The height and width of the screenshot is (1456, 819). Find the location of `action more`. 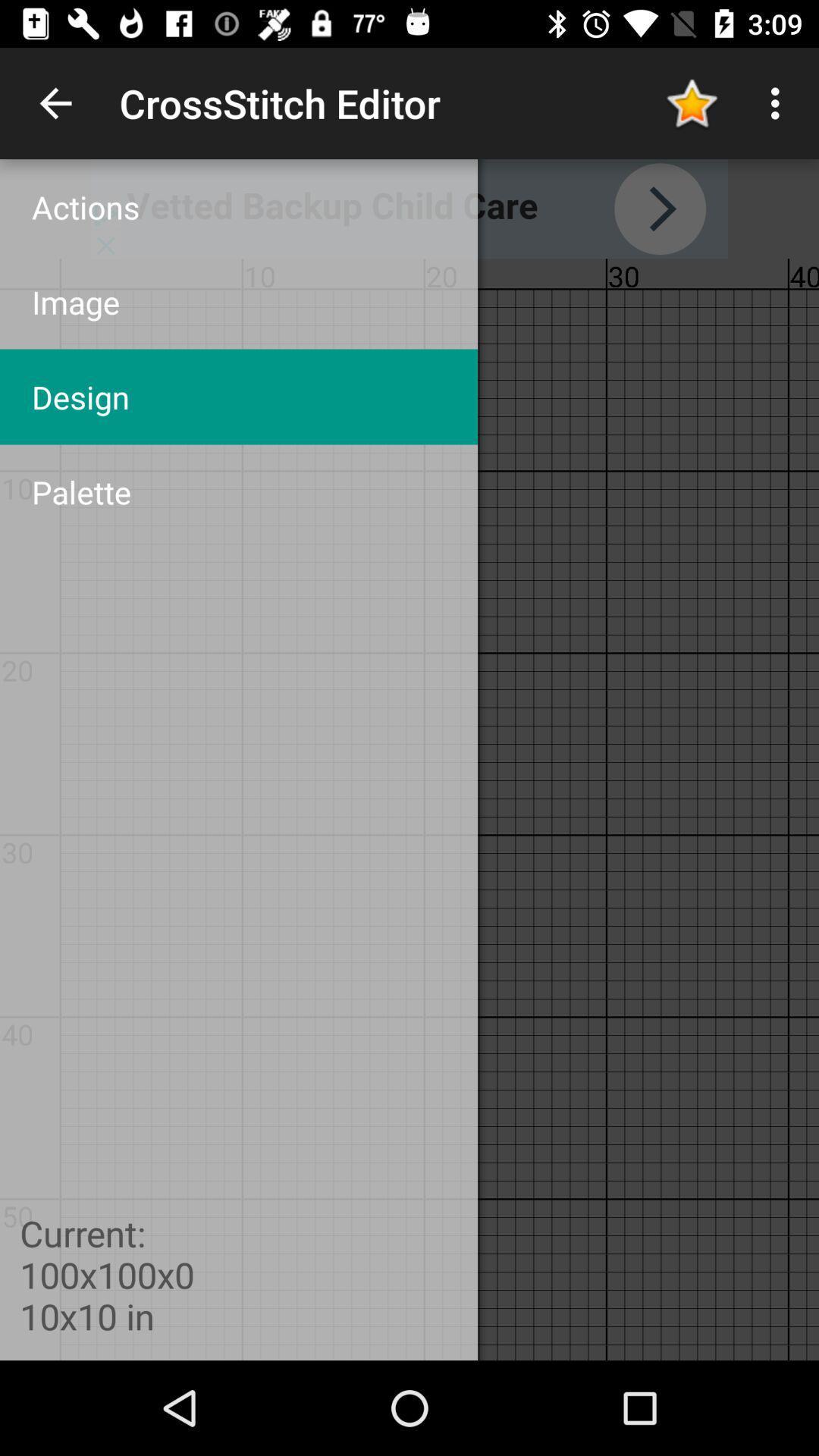

action more is located at coordinates (409, 208).